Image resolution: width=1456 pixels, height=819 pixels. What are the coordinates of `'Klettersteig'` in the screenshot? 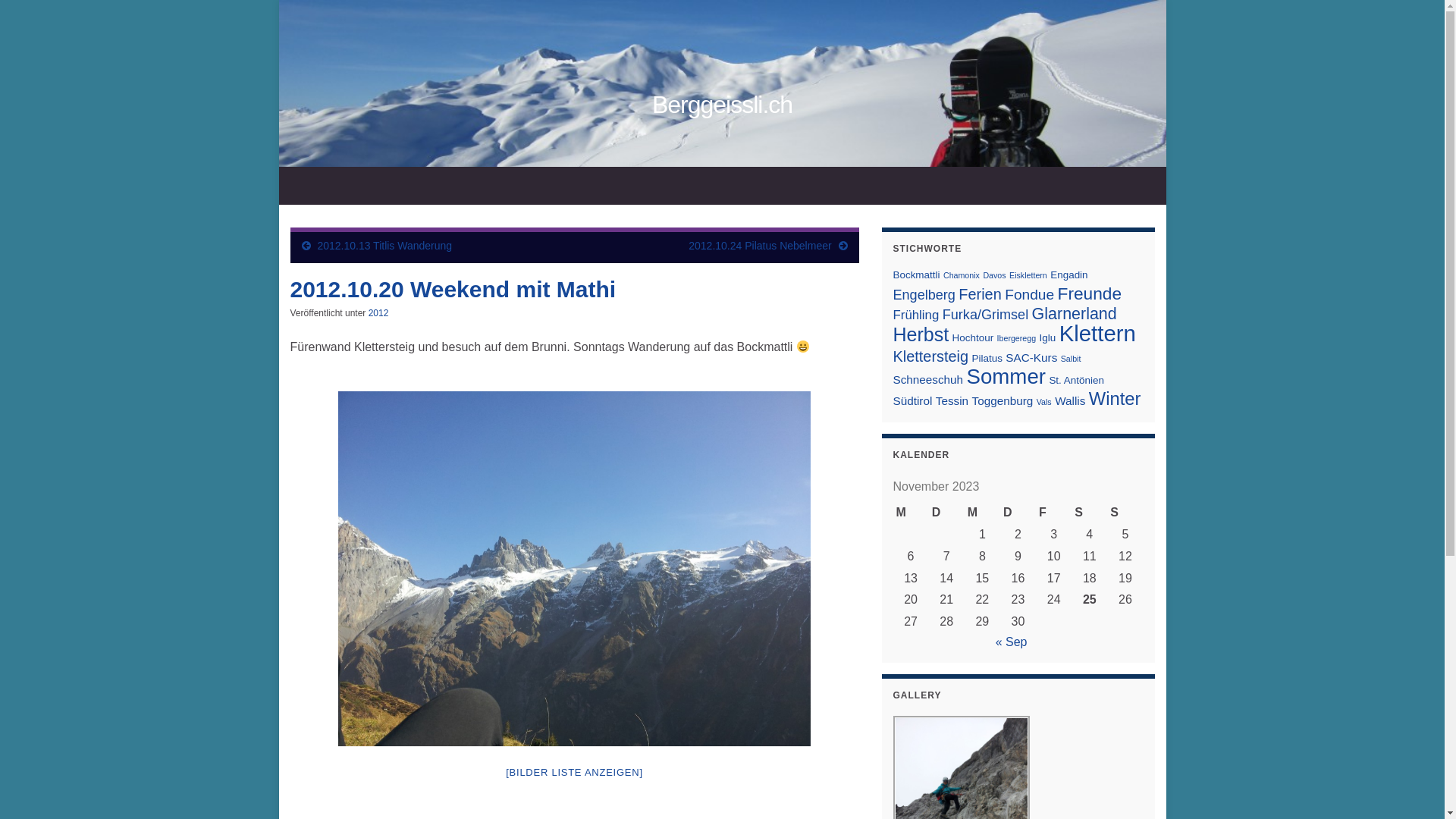 It's located at (930, 356).